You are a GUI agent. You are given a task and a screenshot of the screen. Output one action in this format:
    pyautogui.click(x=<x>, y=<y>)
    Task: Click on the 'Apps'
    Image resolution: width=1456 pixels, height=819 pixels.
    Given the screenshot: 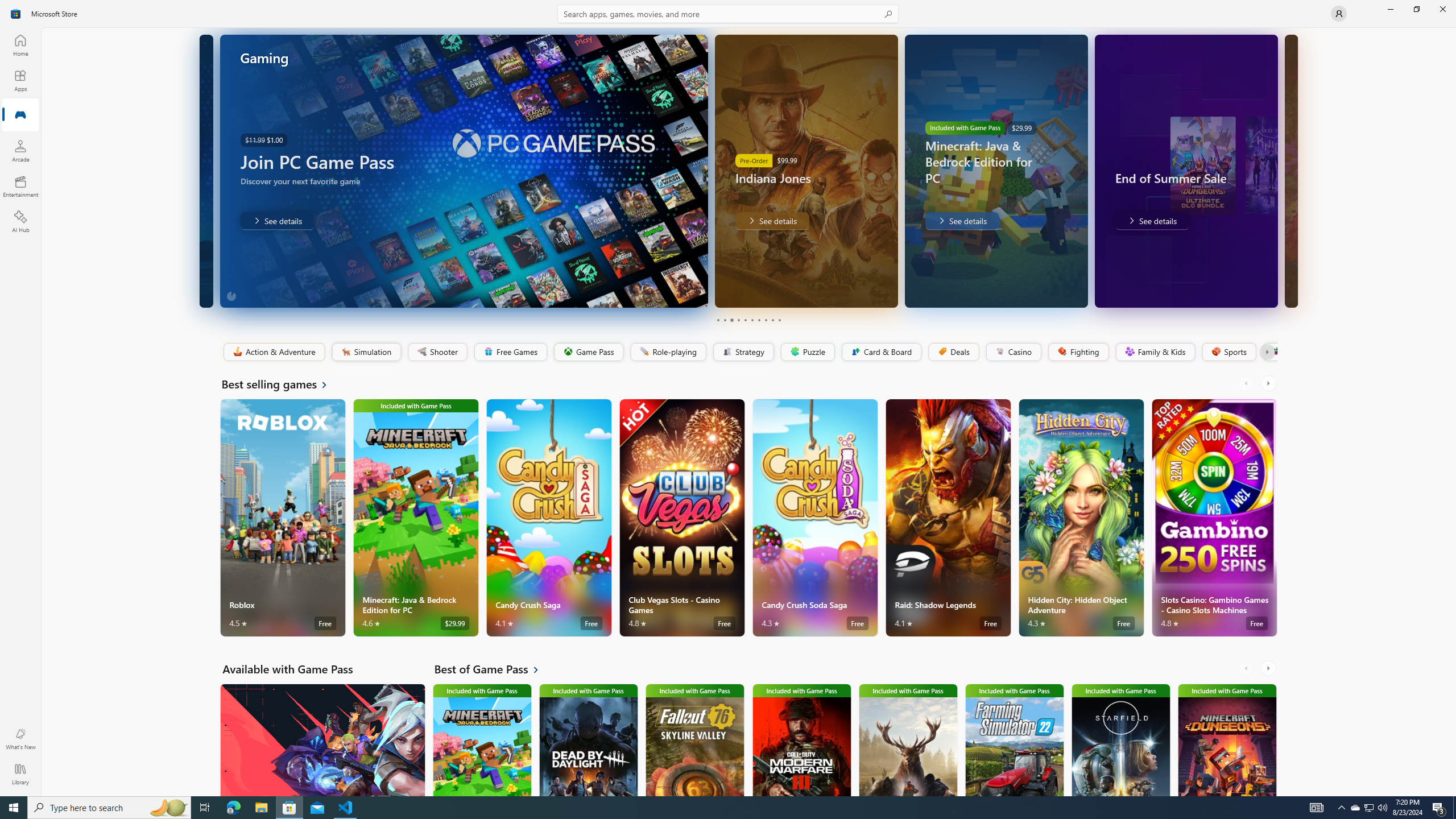 What is the action you would take?
    pyautogui.click(x=19, y=80)
    